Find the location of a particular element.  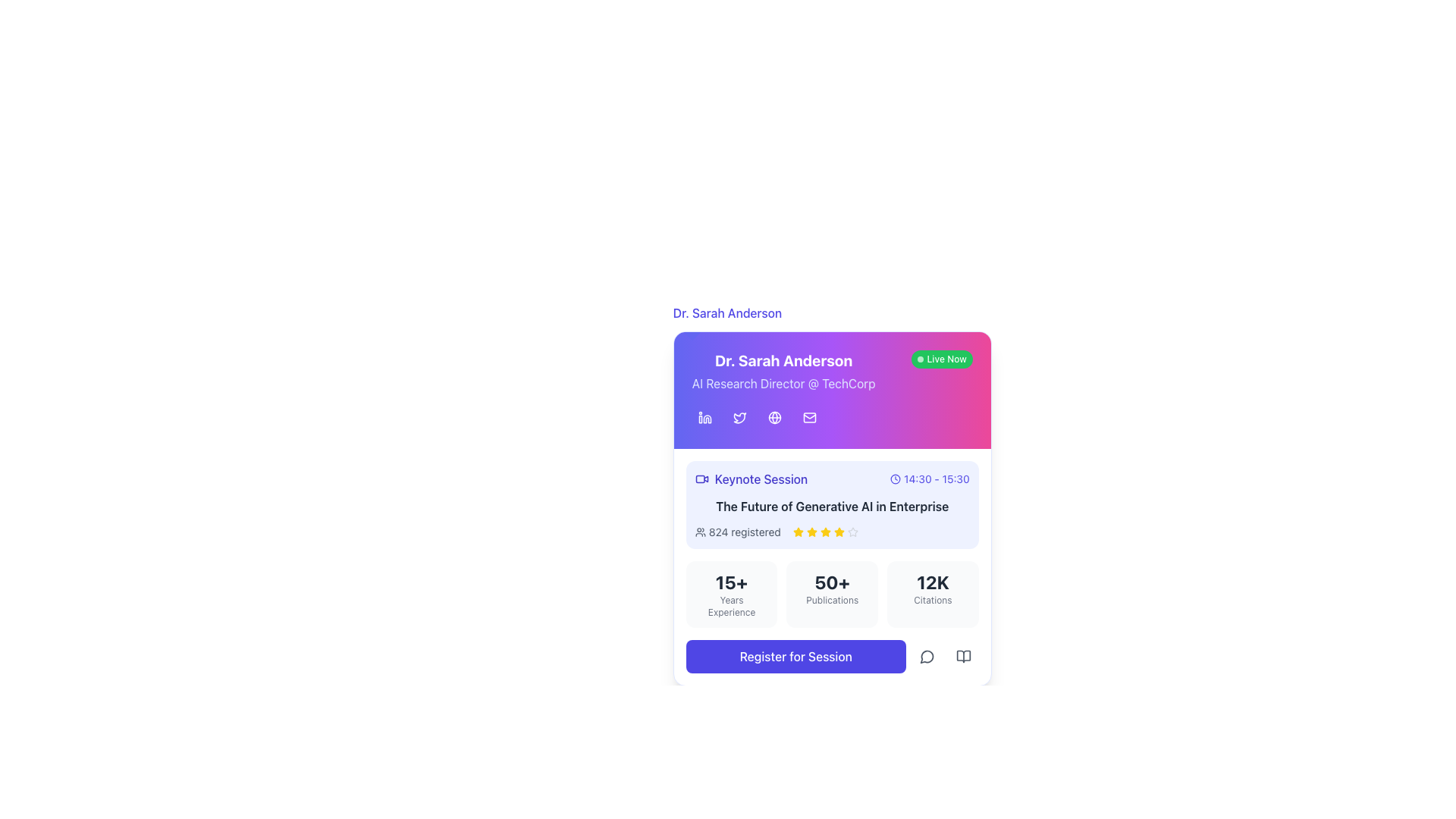

the information display element showing '824 registered' with rating stars beneath the 'Keynote Session' block is located at coordinates (831, 532).